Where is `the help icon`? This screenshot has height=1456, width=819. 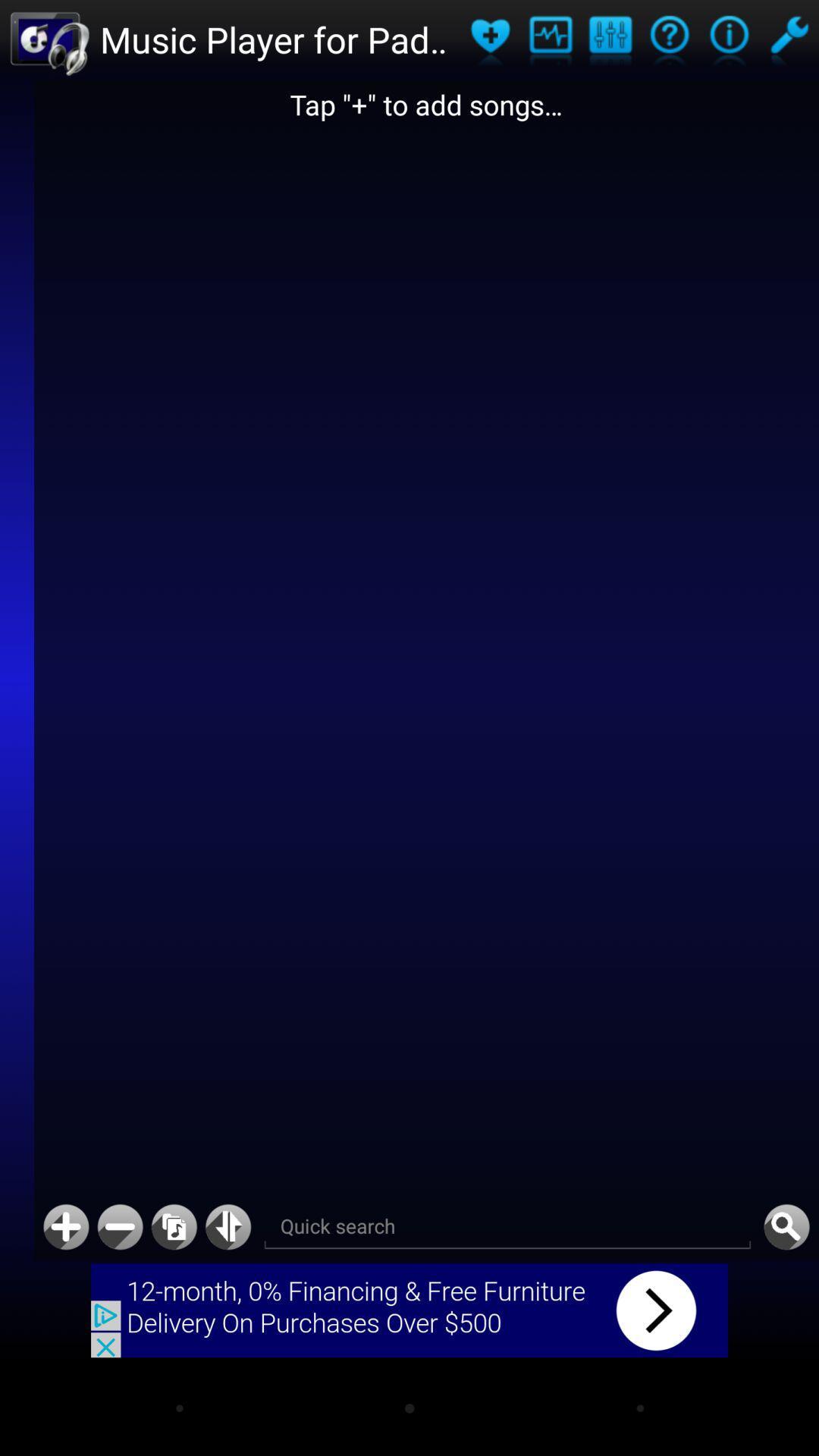
the help icon is located at coordinates (669, 42).